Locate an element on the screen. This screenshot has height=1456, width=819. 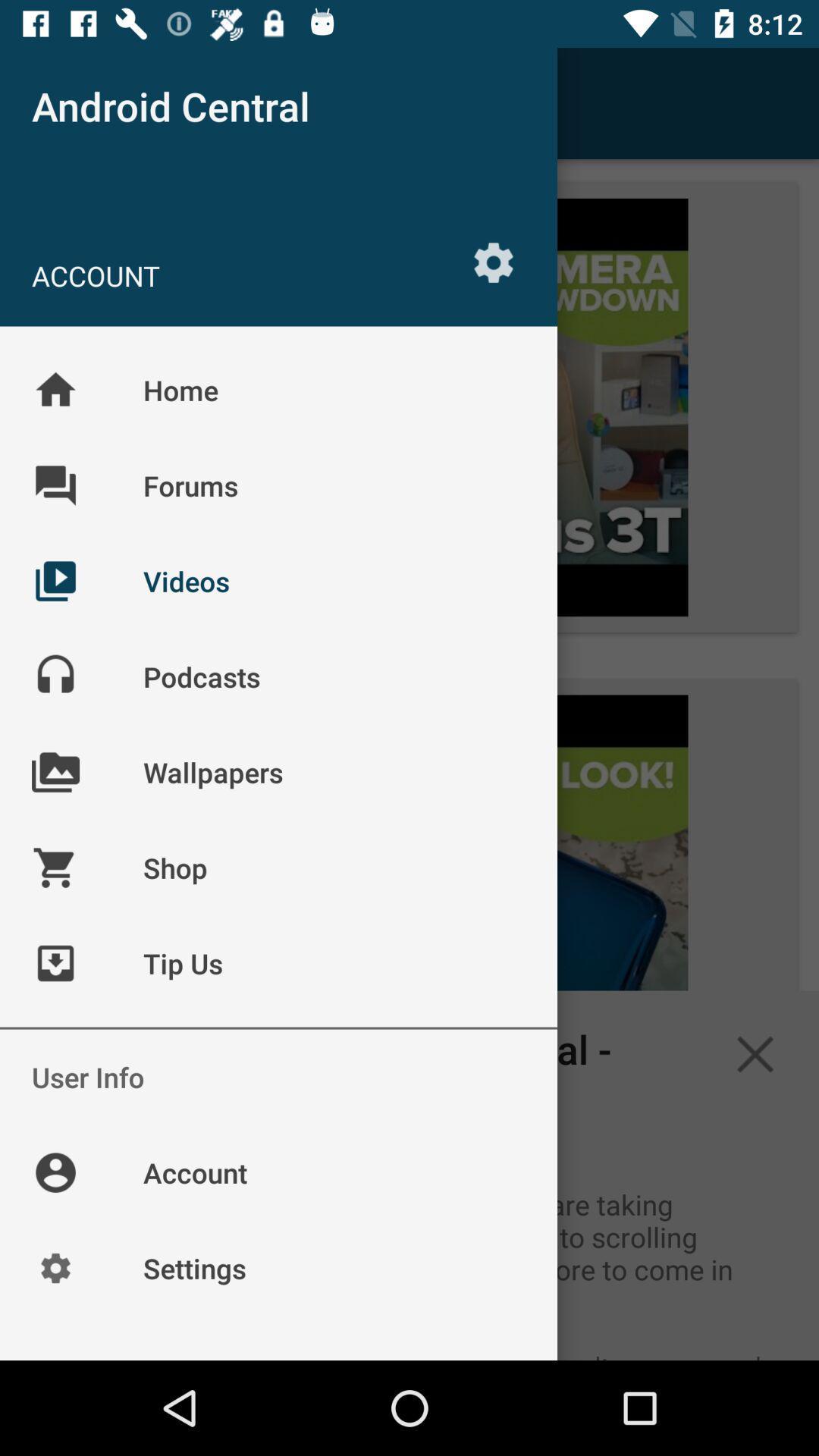
the close icon is located at coordinates (755, 1053).